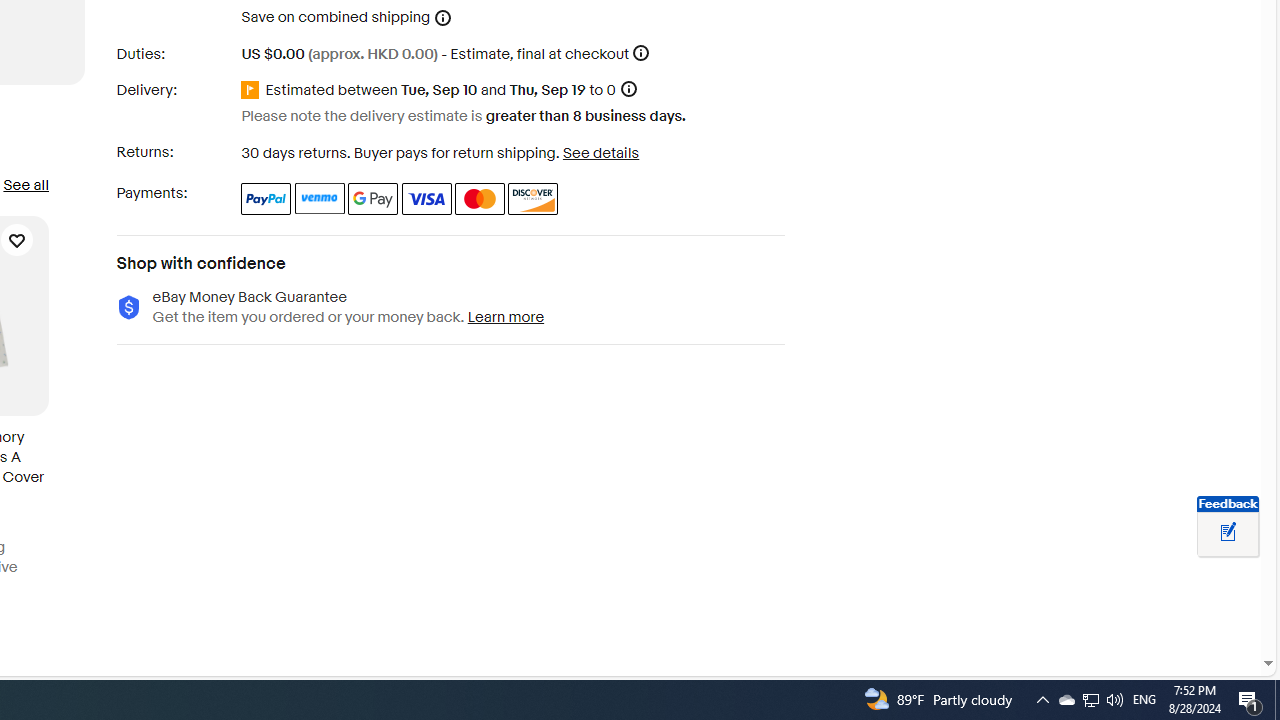  I want to click on 'Information - Estimated delivery date - opens a layer', so click(627, 88).